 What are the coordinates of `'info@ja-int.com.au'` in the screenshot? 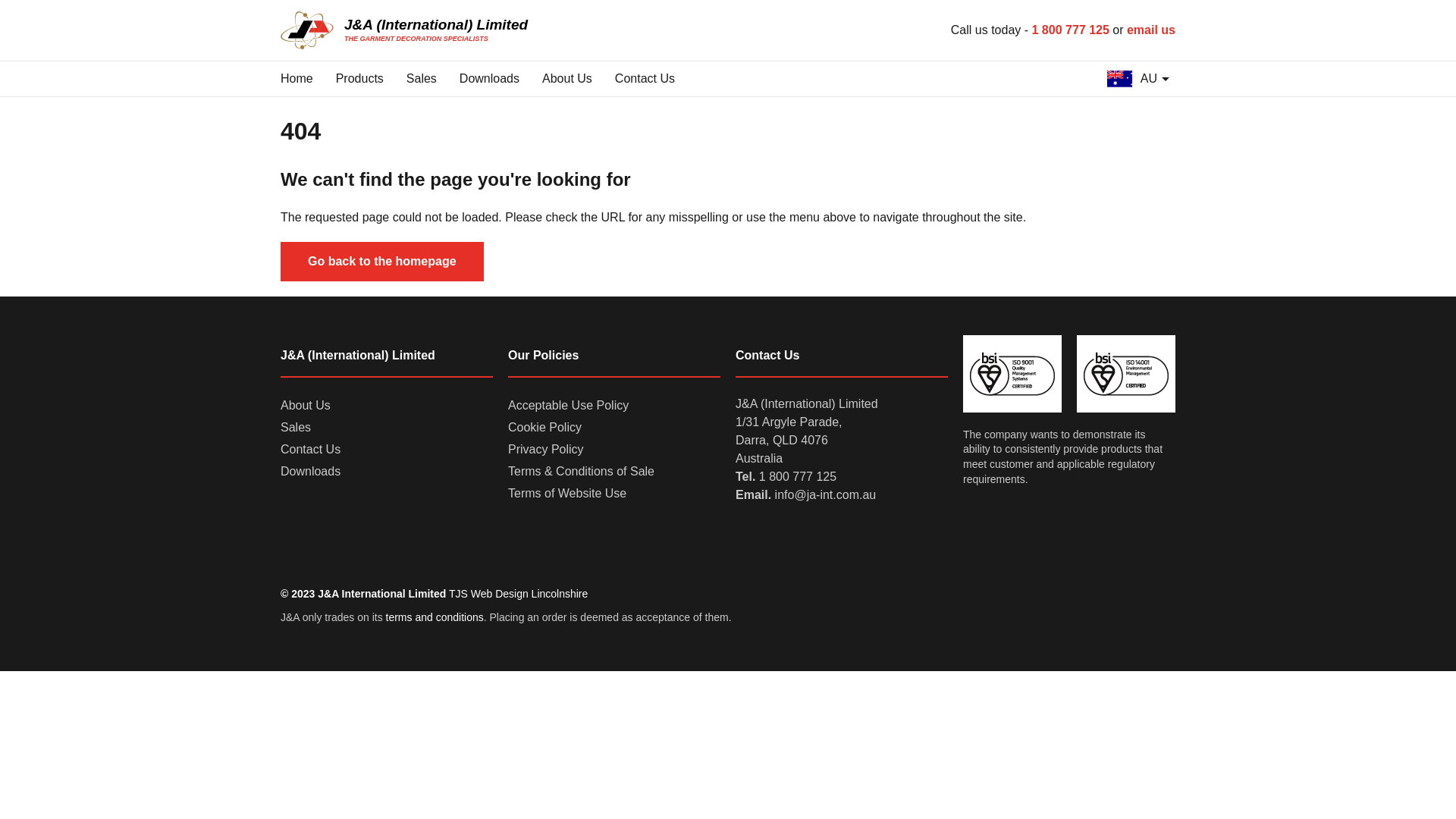 It's located at (825, 494).